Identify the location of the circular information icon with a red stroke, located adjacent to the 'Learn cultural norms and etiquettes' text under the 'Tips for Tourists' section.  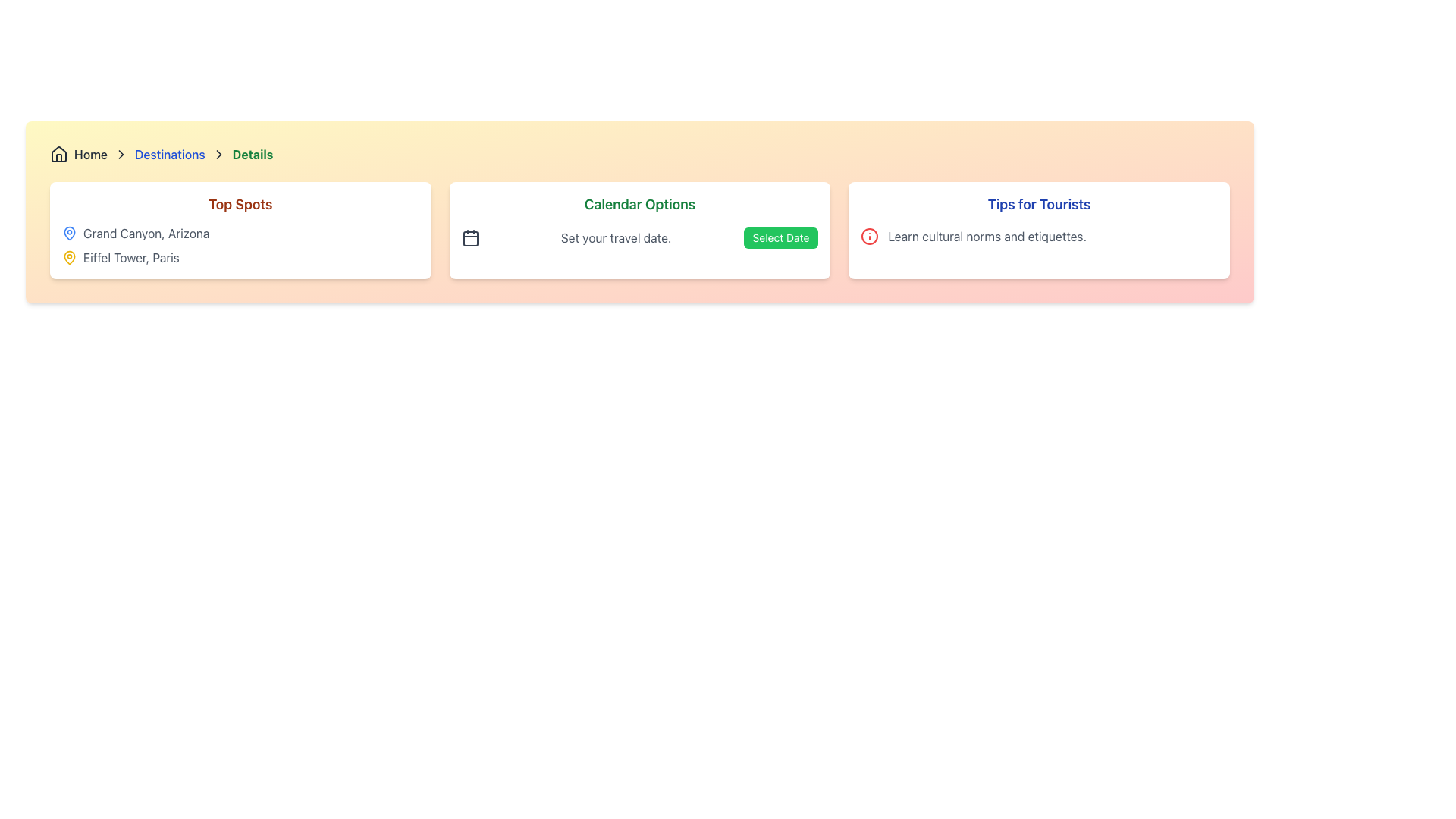
(870, 237).